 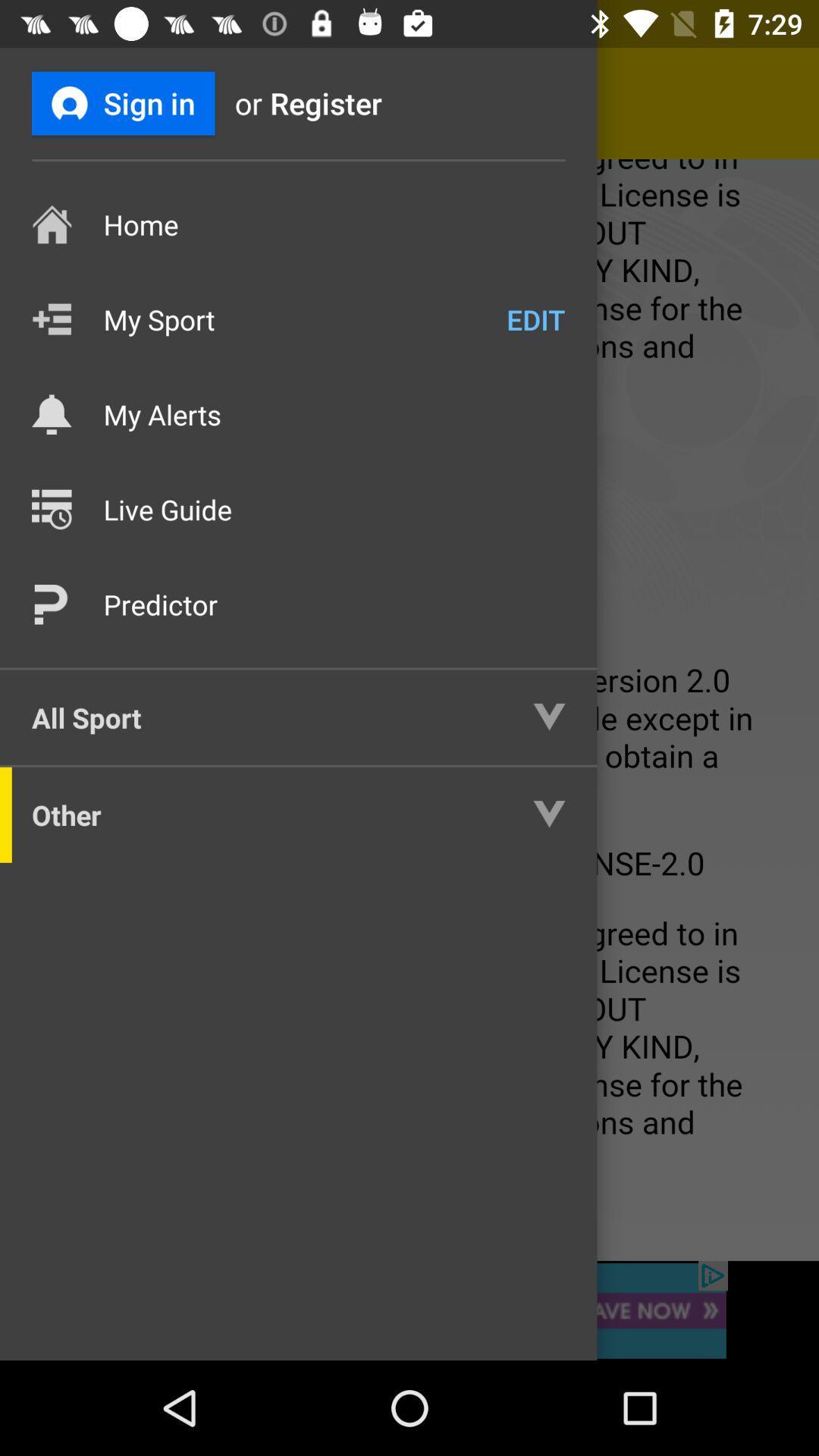 What do you see at coordinates (533, 814) in the screenshot?
I see `the dropdown icon right next to other` at bounding box center [533, 814].